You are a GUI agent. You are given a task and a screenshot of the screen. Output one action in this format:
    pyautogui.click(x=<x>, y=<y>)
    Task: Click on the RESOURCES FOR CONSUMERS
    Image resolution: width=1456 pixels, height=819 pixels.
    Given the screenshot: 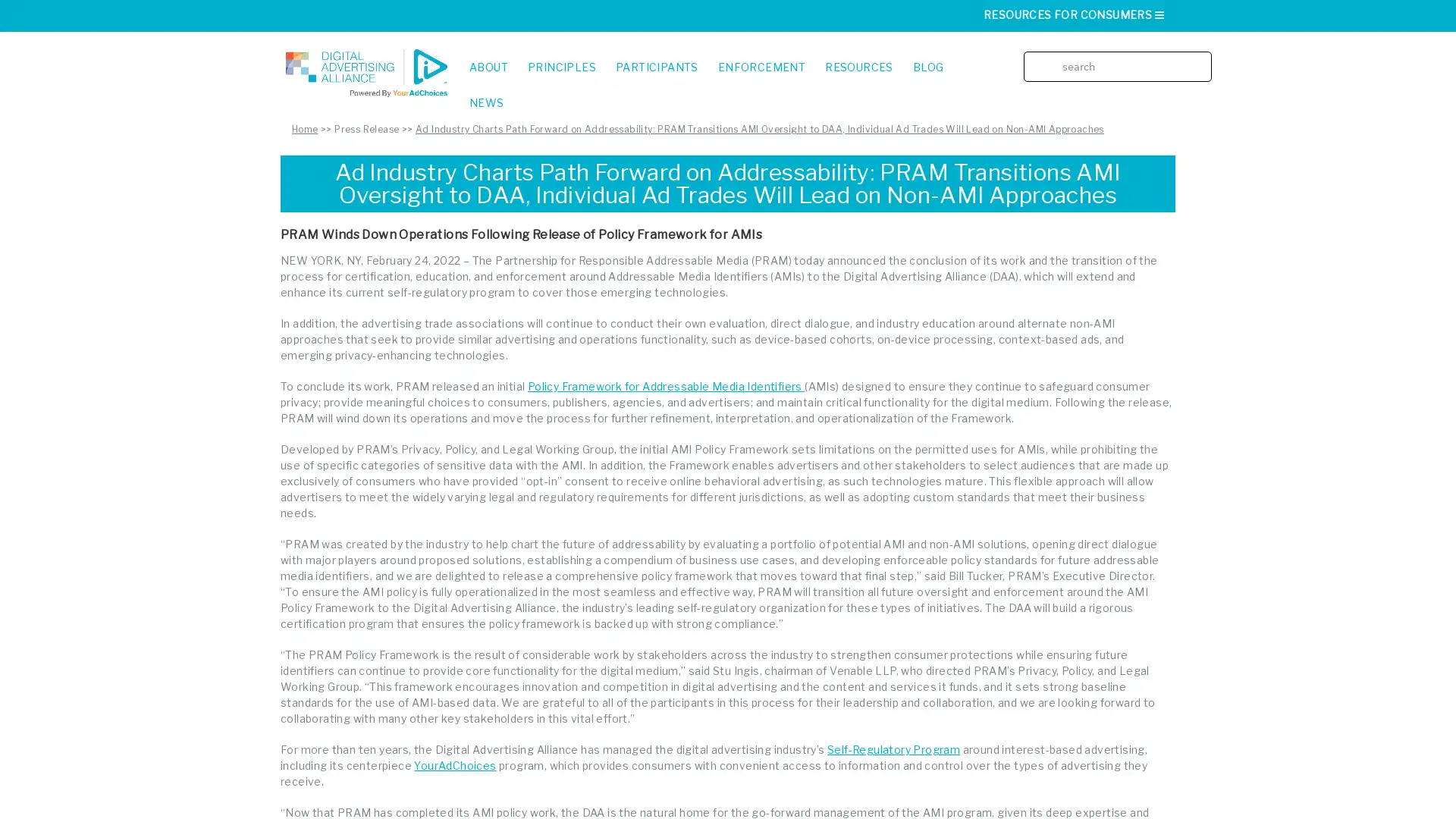 What is the action you would take?
    pyautogui.click(x=1074, y=14)
    